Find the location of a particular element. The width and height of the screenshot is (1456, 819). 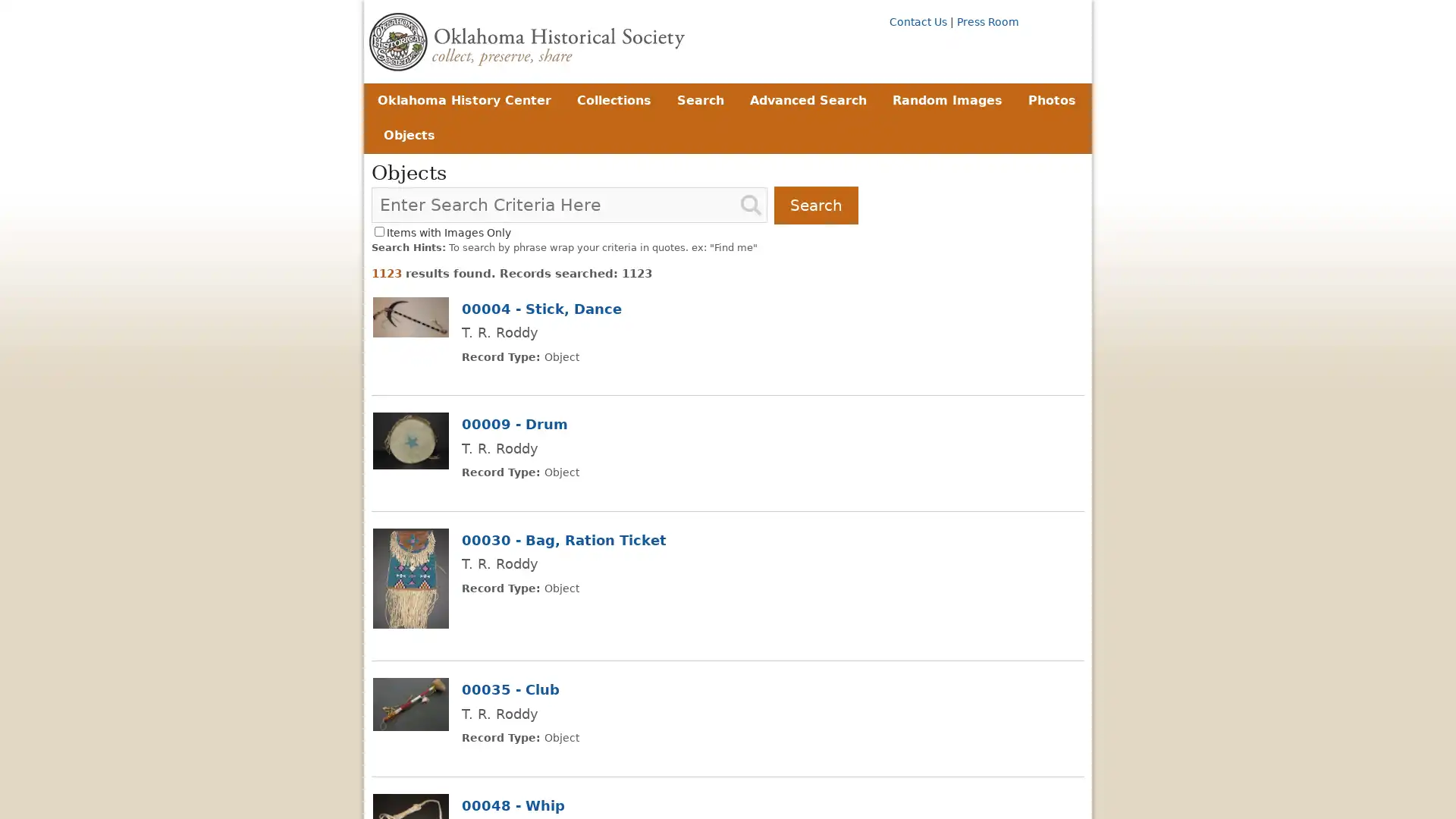

Search is located at coordinates (815, 205).